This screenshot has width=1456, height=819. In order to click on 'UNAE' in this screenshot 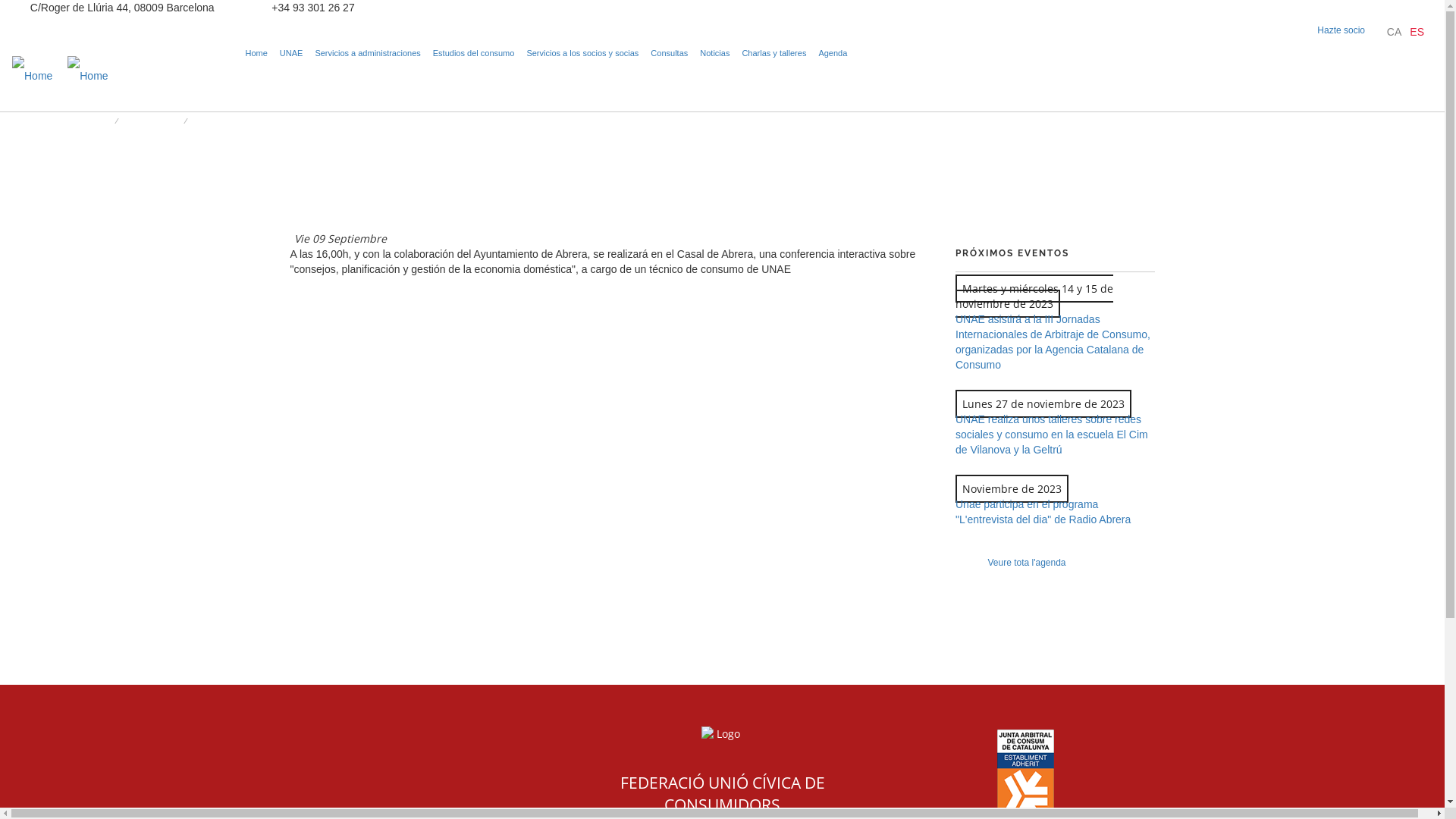, I will do `click(276, 52)`.